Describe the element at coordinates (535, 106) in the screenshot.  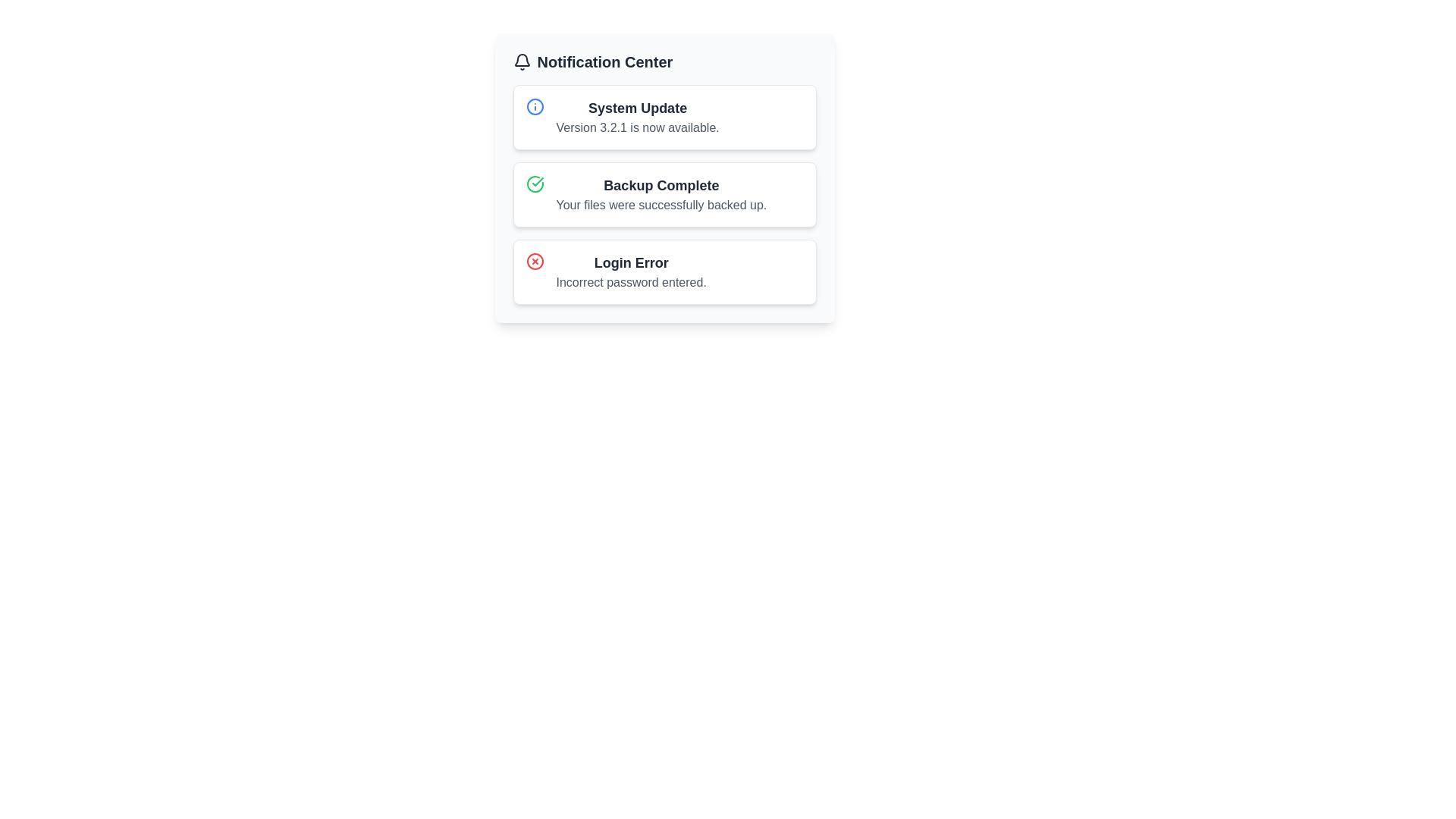
I see `the circular information icon located in the top-left corner of the 'System Update' notification` at that location.